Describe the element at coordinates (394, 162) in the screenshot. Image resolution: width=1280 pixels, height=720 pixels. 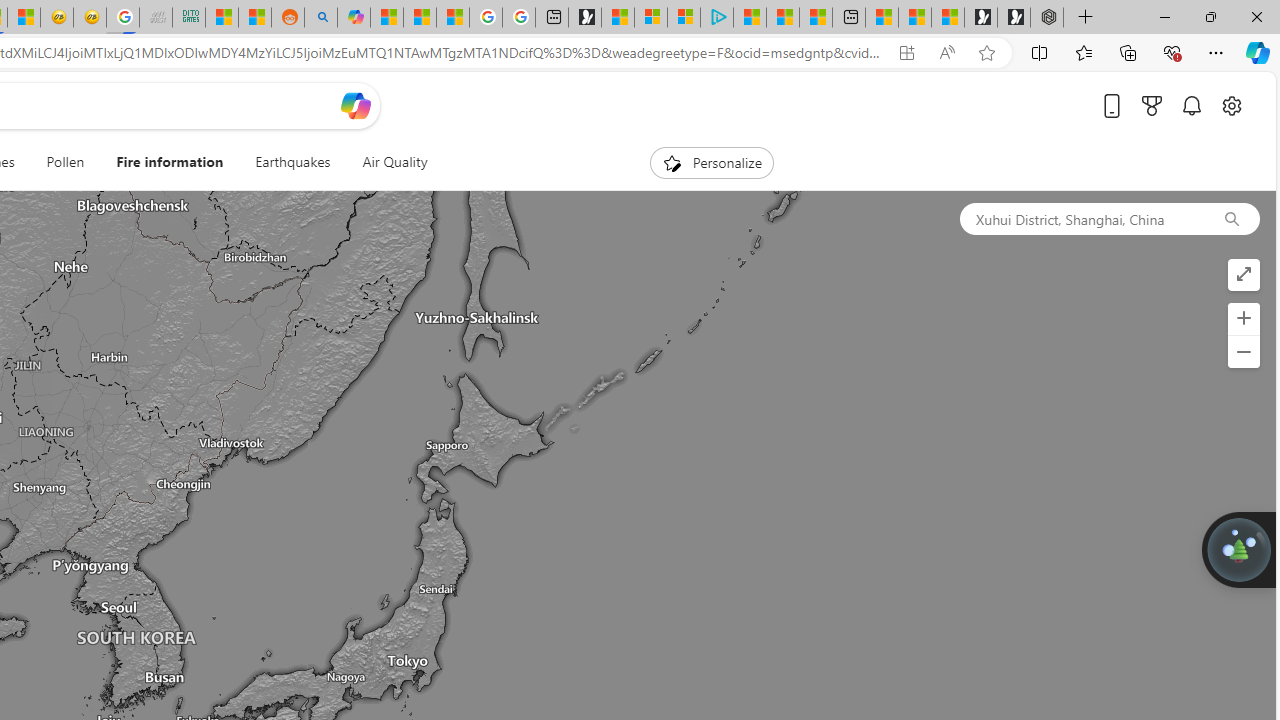
I see `'Air Quality'` at that location.